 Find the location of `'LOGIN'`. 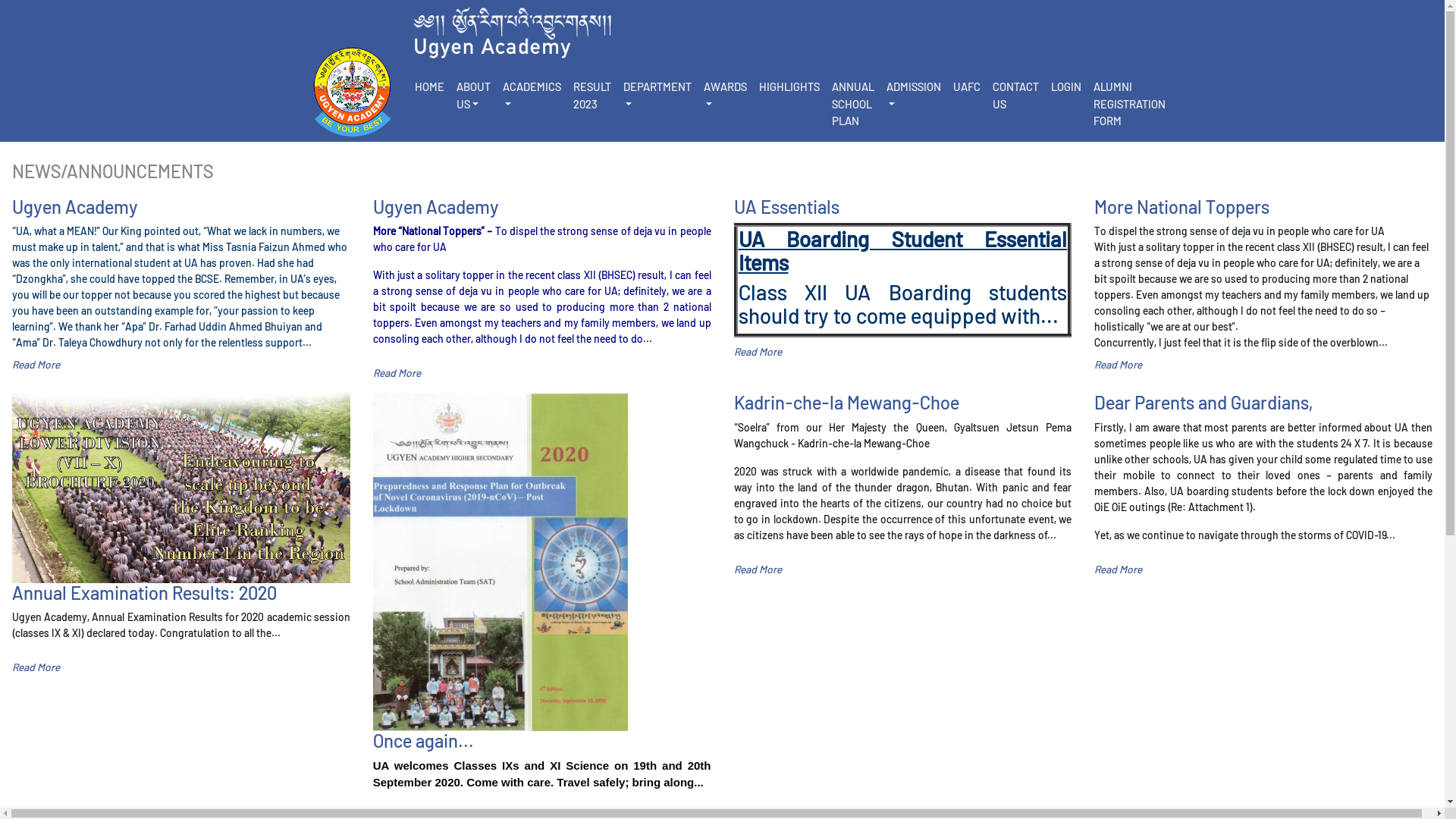

'LOGIN' is located at coordinates (1065, 86).